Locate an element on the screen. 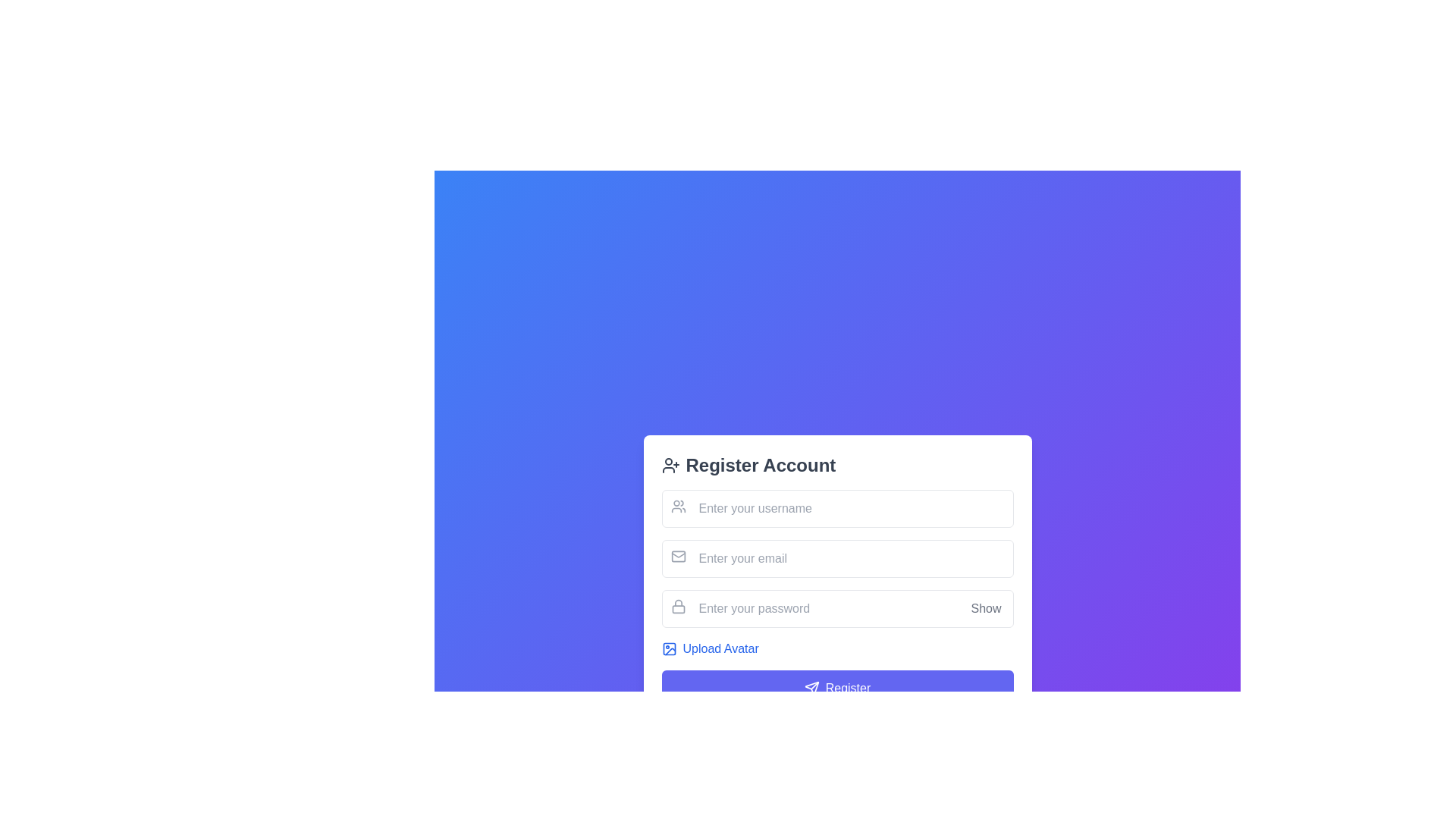  the decorative icon (SVG graphic) located at the center-left side of the blue 'Register' button is located at coordinates (811, 688).